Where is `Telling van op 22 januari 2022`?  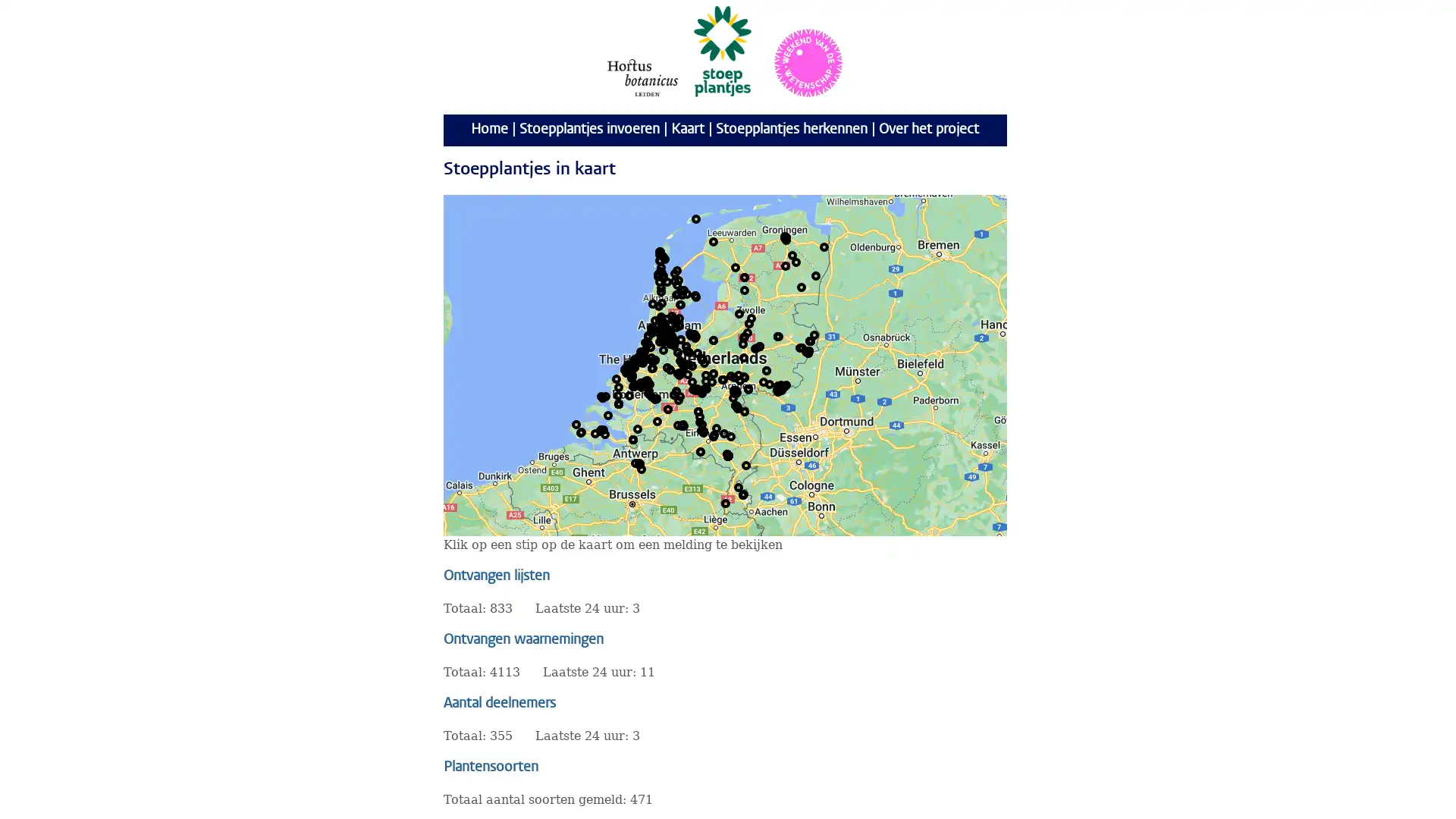 Telling van op 22 januari 2022 is located at coordinates (626, 371).